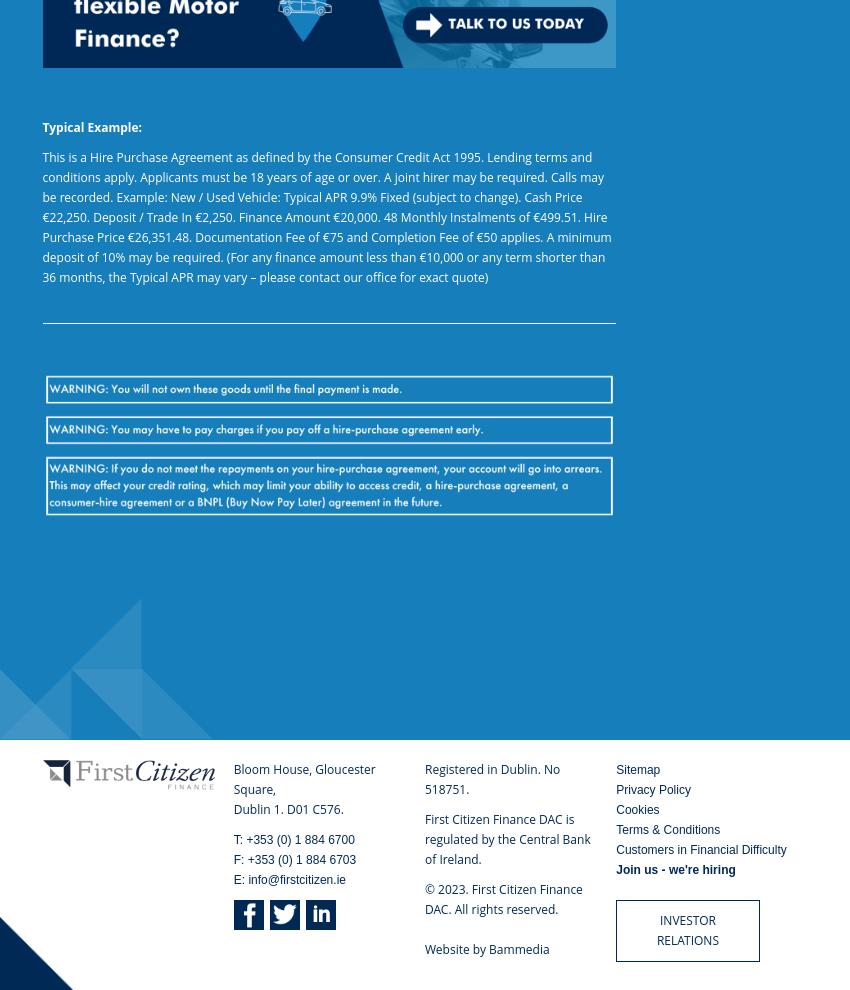 The width and height of the screenshot is (850, 990). I want to click on 'Join us - we're hiring', so click(675, 870).